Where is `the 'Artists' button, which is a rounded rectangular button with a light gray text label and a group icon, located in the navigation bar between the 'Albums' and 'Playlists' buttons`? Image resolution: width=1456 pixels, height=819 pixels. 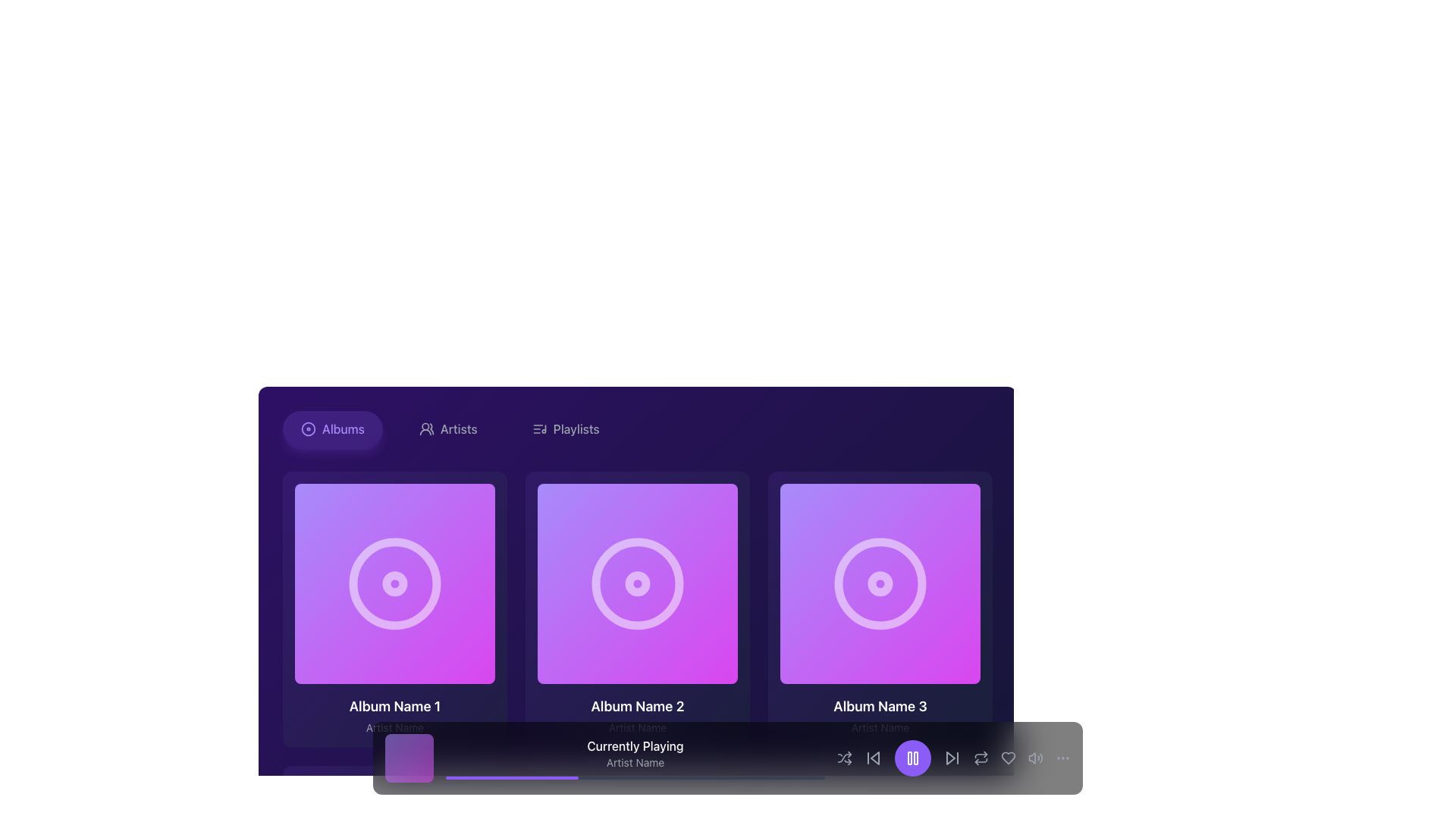 the 'Artists' button, which is a rounded rectangular button with a light gray text label and a group icon, located in the navigation bar between the 'Albums' and 'Playlists' buttons is located at coordinates (447, 429).